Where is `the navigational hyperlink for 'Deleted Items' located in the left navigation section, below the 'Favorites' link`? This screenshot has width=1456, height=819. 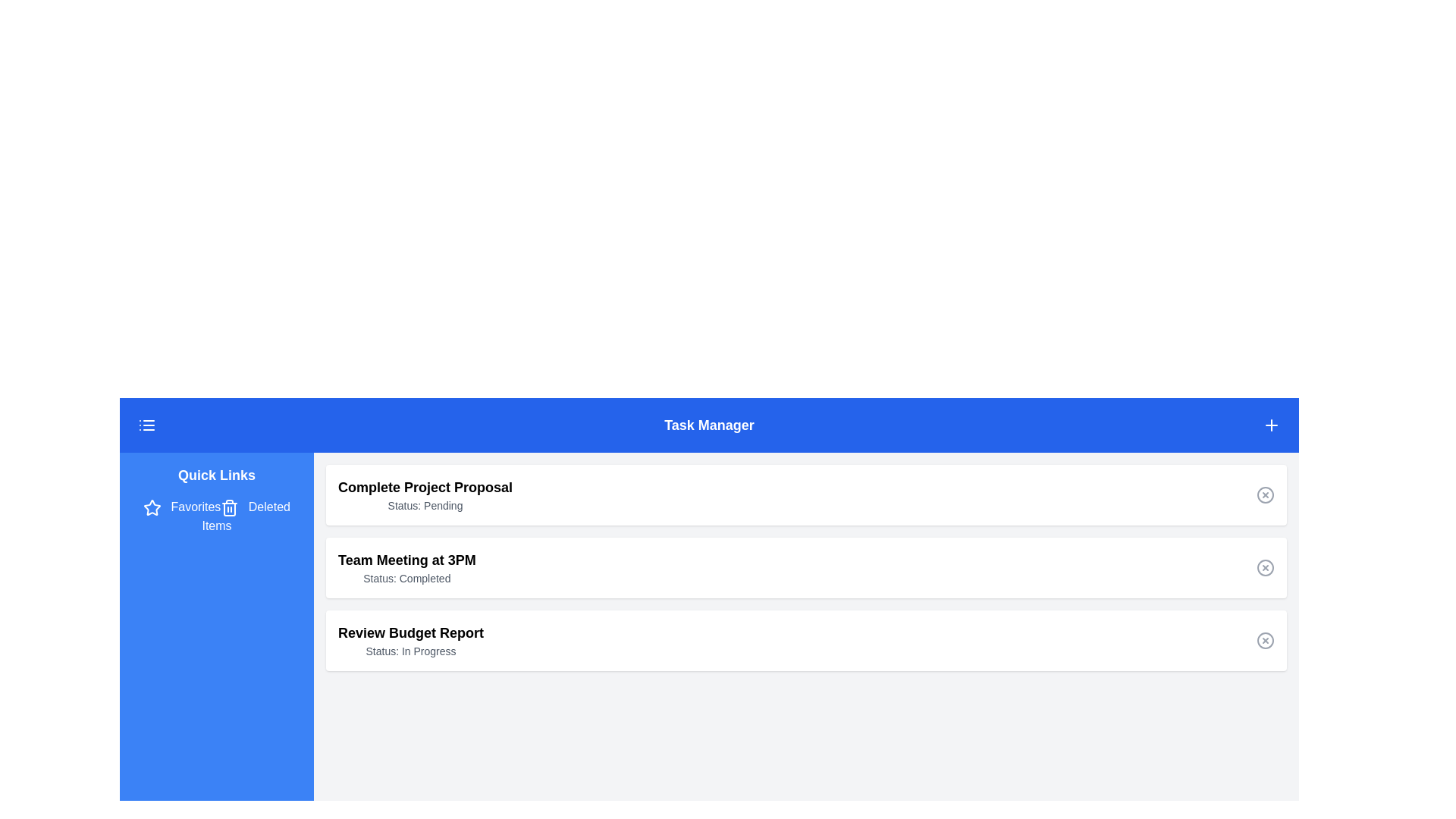
the navigational hyperlink for 'Deleted Items' located in the left navigation section, below the 'Favorites' link is located at coordinates (246, 515).